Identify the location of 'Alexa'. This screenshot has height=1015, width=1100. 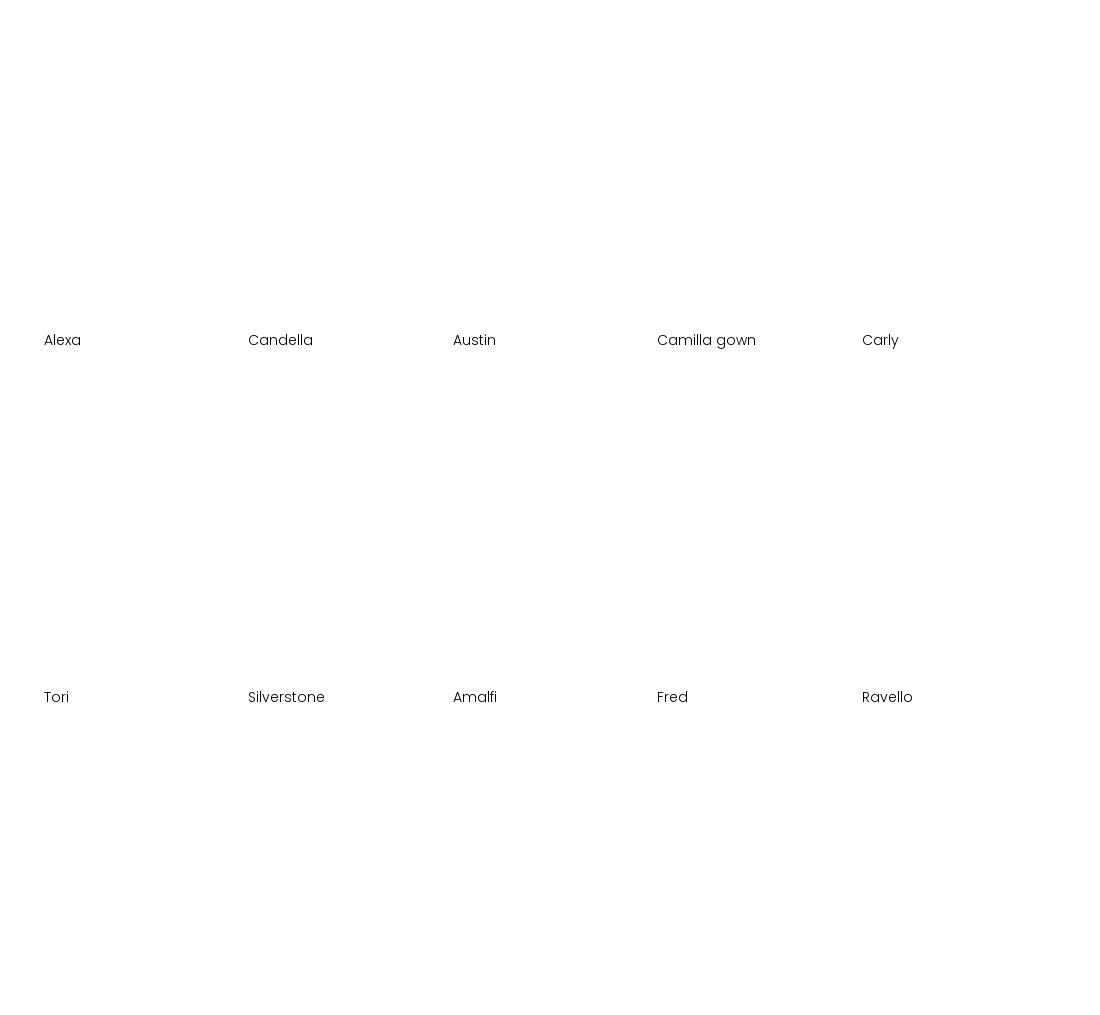
(61, 338).